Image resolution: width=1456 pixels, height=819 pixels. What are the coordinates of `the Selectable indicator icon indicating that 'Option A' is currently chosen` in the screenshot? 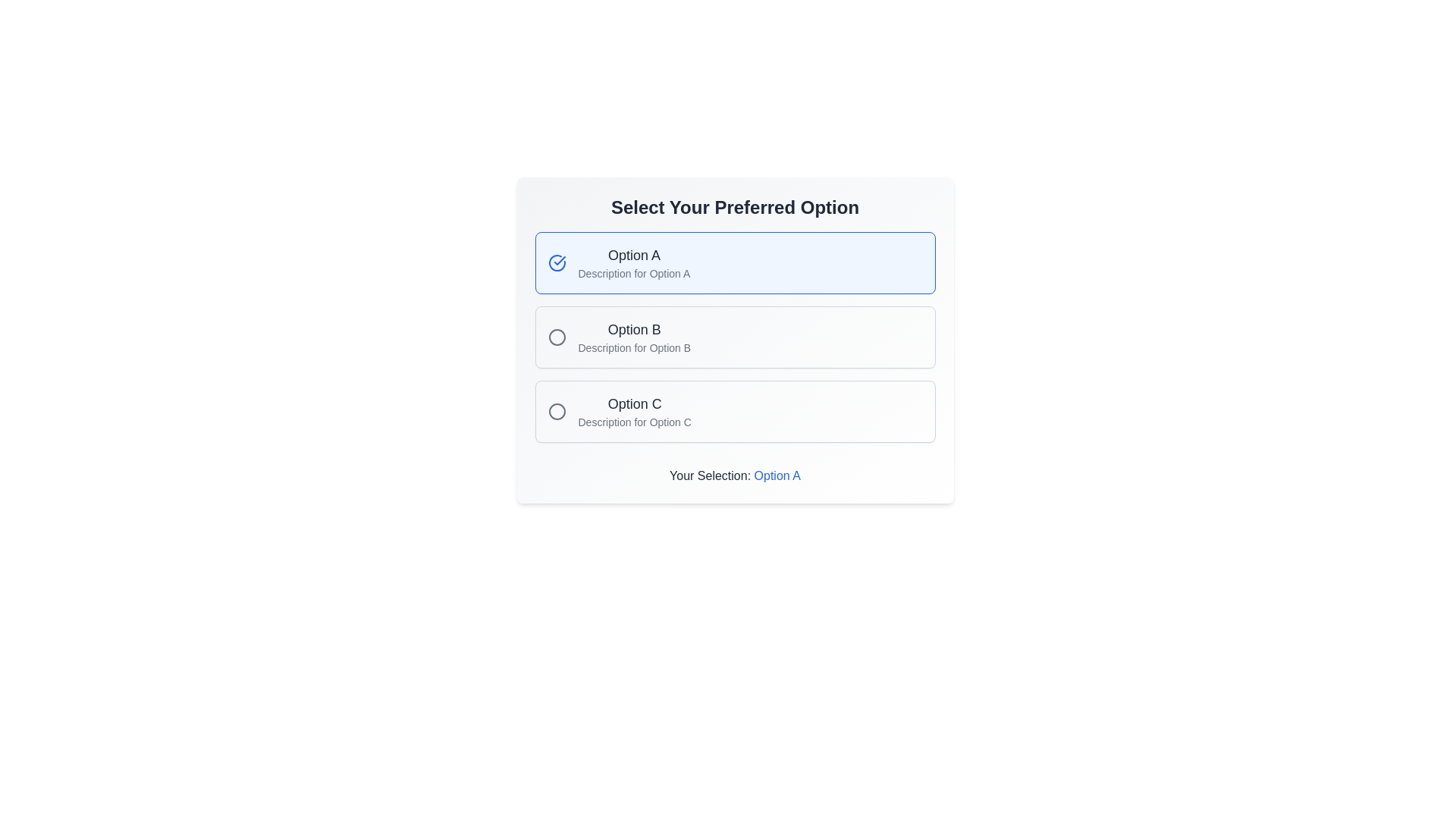 It's located at (556, 262).